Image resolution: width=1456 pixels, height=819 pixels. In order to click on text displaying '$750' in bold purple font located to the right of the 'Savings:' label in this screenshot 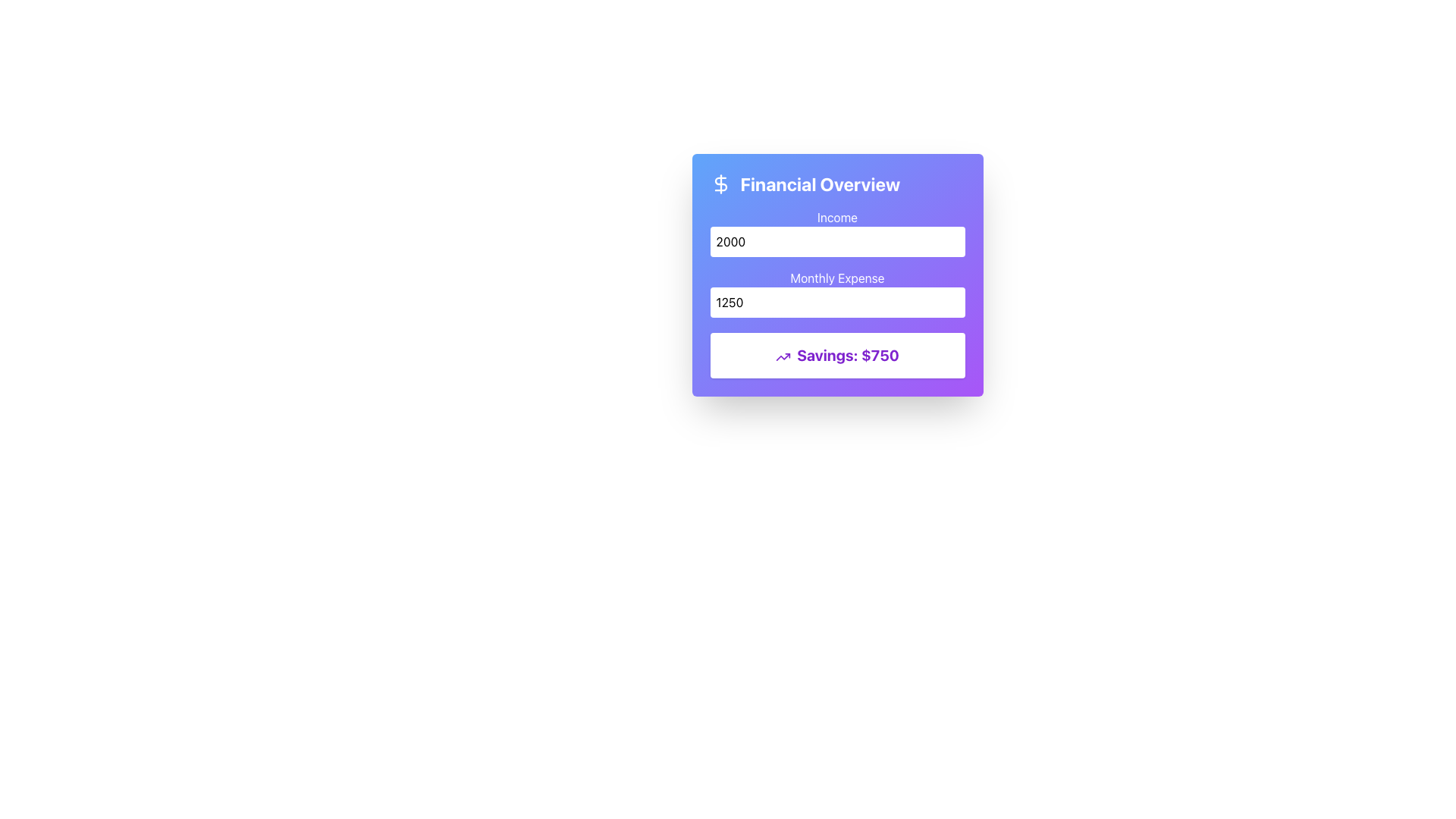, I will do `click(880, 355)`.